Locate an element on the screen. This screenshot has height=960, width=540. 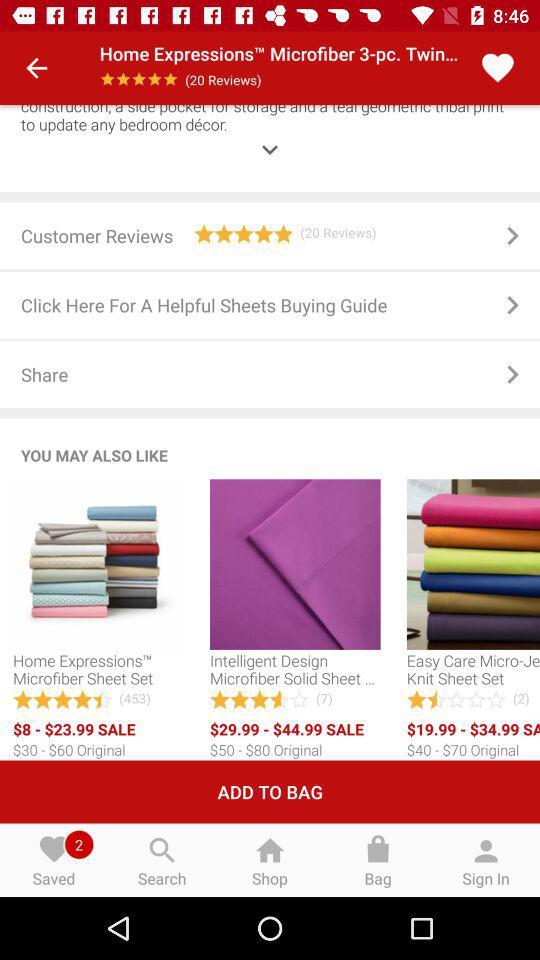
fall asleep in item is located at coordinates (270, 134).